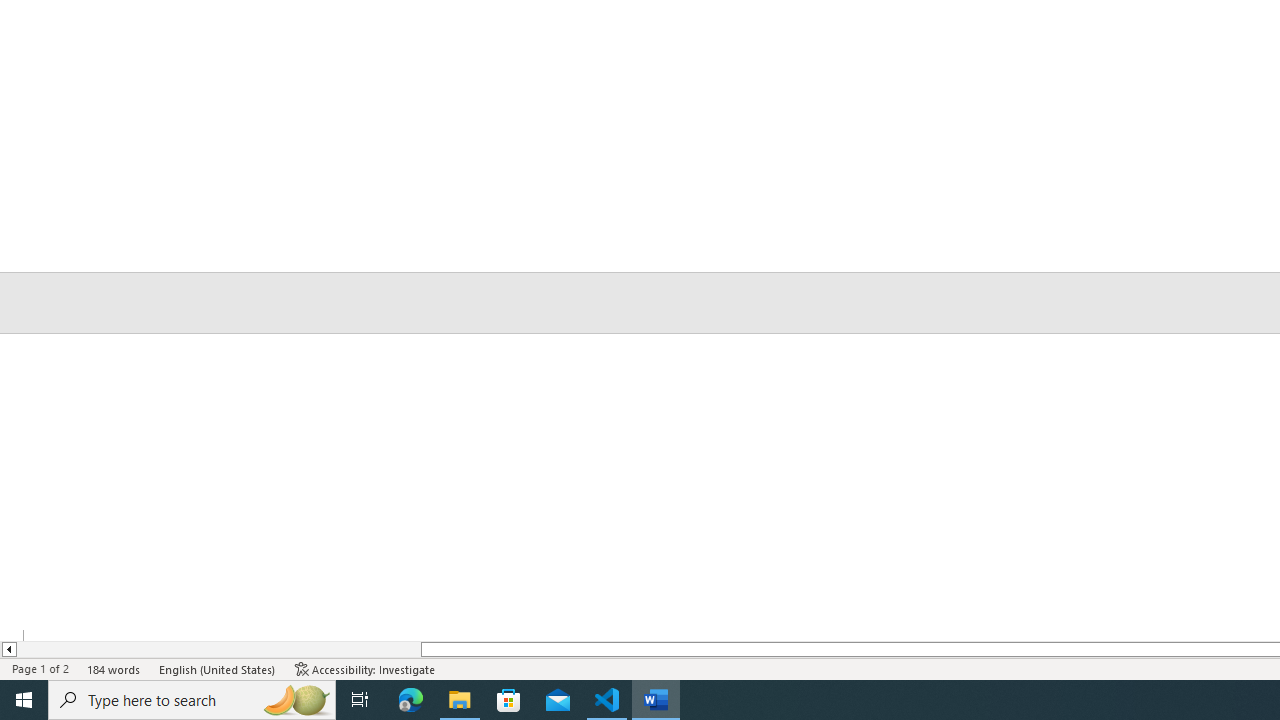 This screenshot has width=1280, height=720. What do you see at coordinates (218, 669) in the screenshot?
I see `'Language English (United States)'` at bounding box center [218, 669].